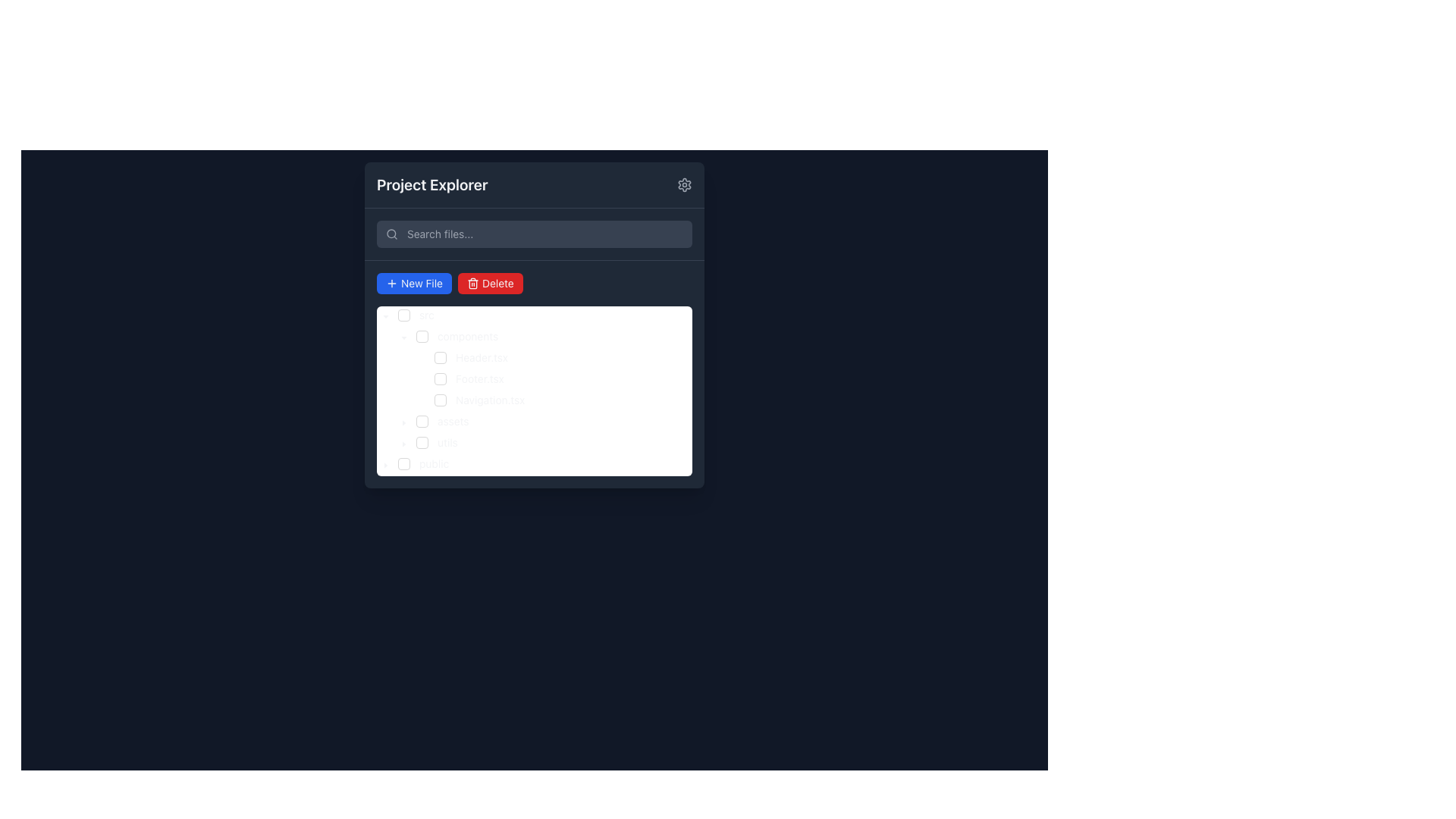  What do you see at coordinates (385, 421) in the screenshot?
I see `the indentation marker element located to the left of the 'assets' tree item, which visually denotes the hierarchy level` at bounding box center [385, 421].